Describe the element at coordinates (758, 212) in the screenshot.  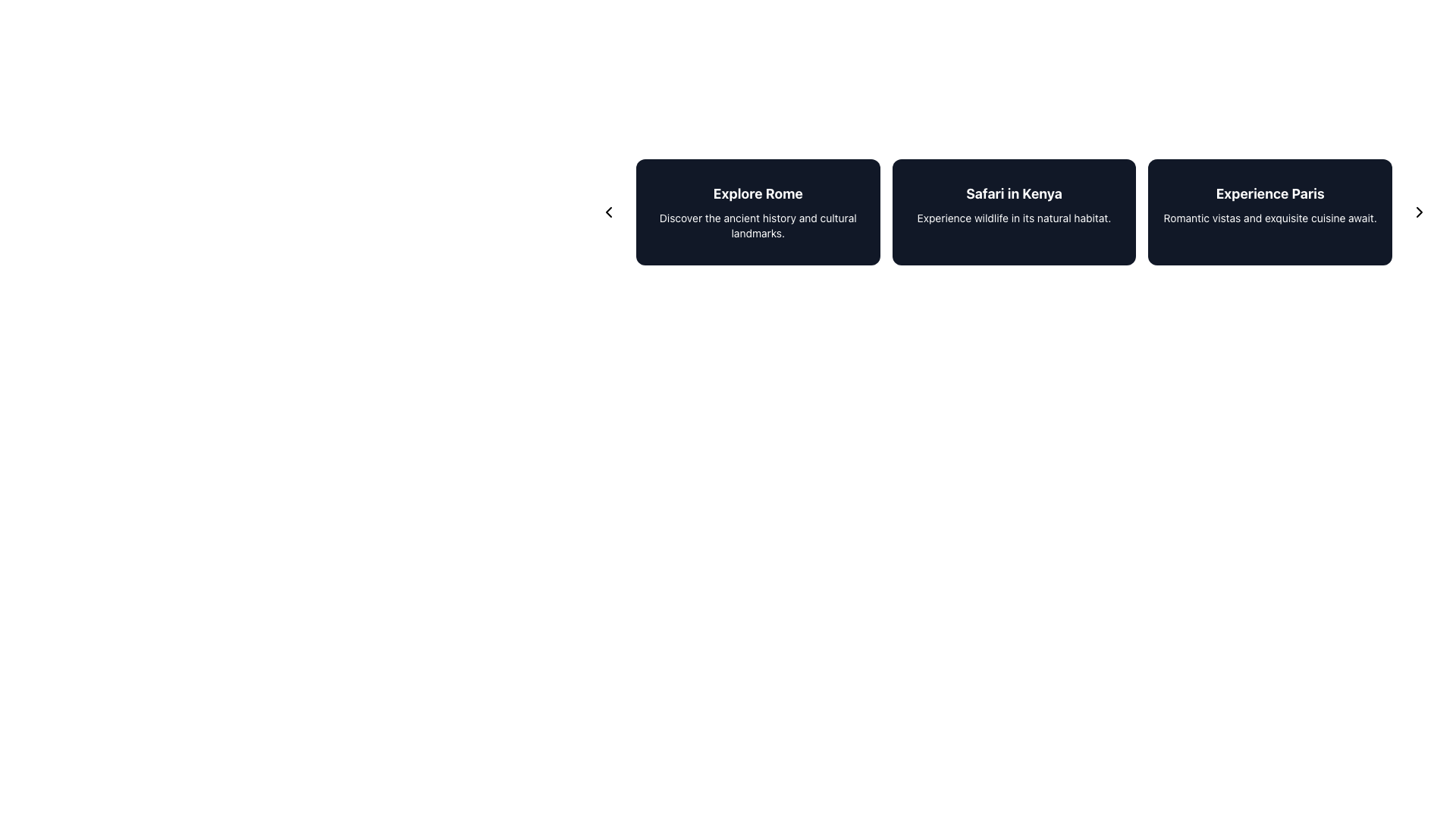
I see `information from the text block within the stylized card about exploring Rome, which serves as a descriptive label providing a title and a short description` at that location.